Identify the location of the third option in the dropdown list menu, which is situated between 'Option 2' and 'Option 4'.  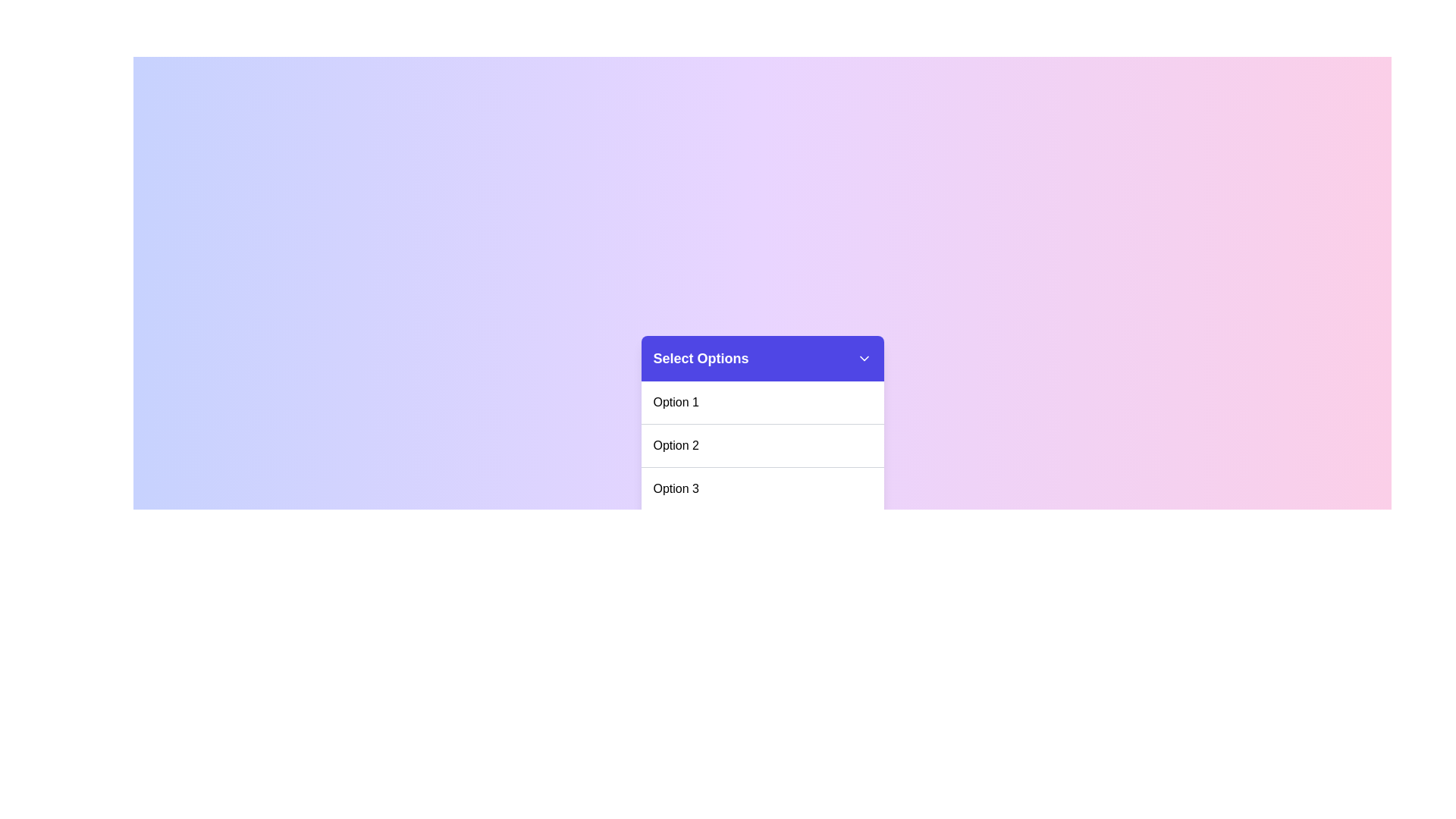
(762, 488).